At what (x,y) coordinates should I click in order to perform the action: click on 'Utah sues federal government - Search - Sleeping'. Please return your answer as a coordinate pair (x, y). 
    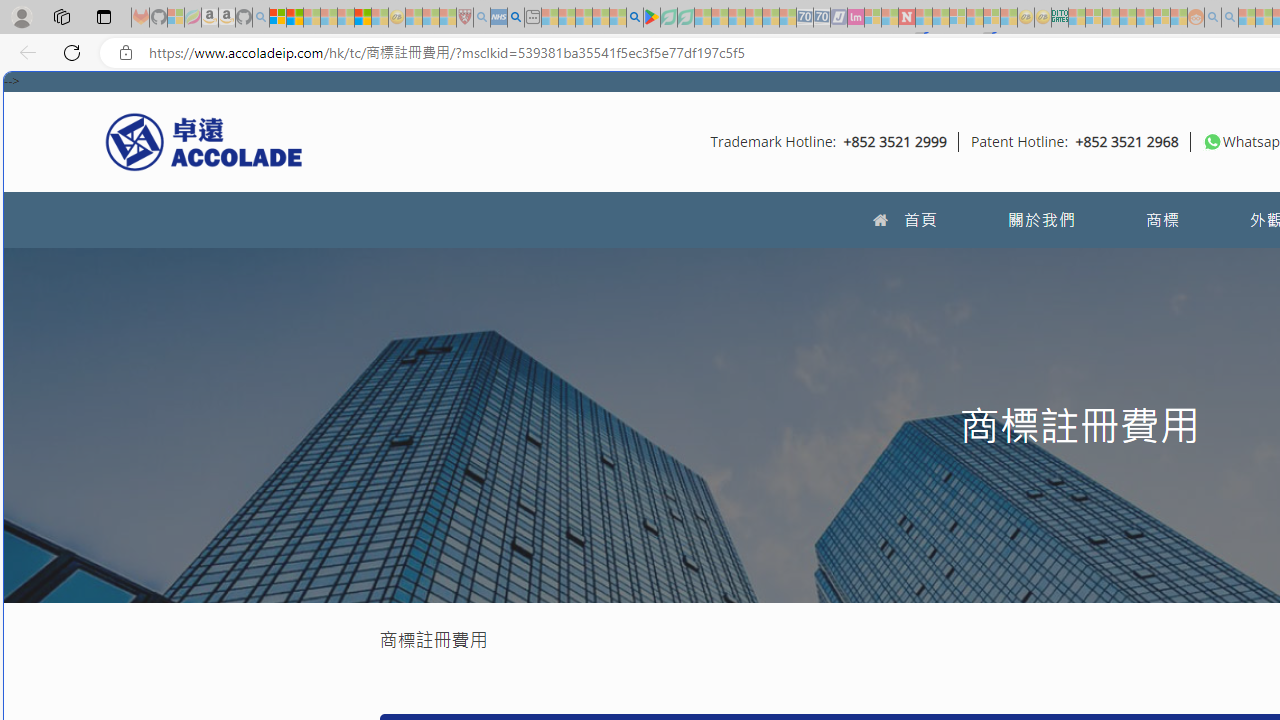
    Looking at the image, I should click on (1229, 17).